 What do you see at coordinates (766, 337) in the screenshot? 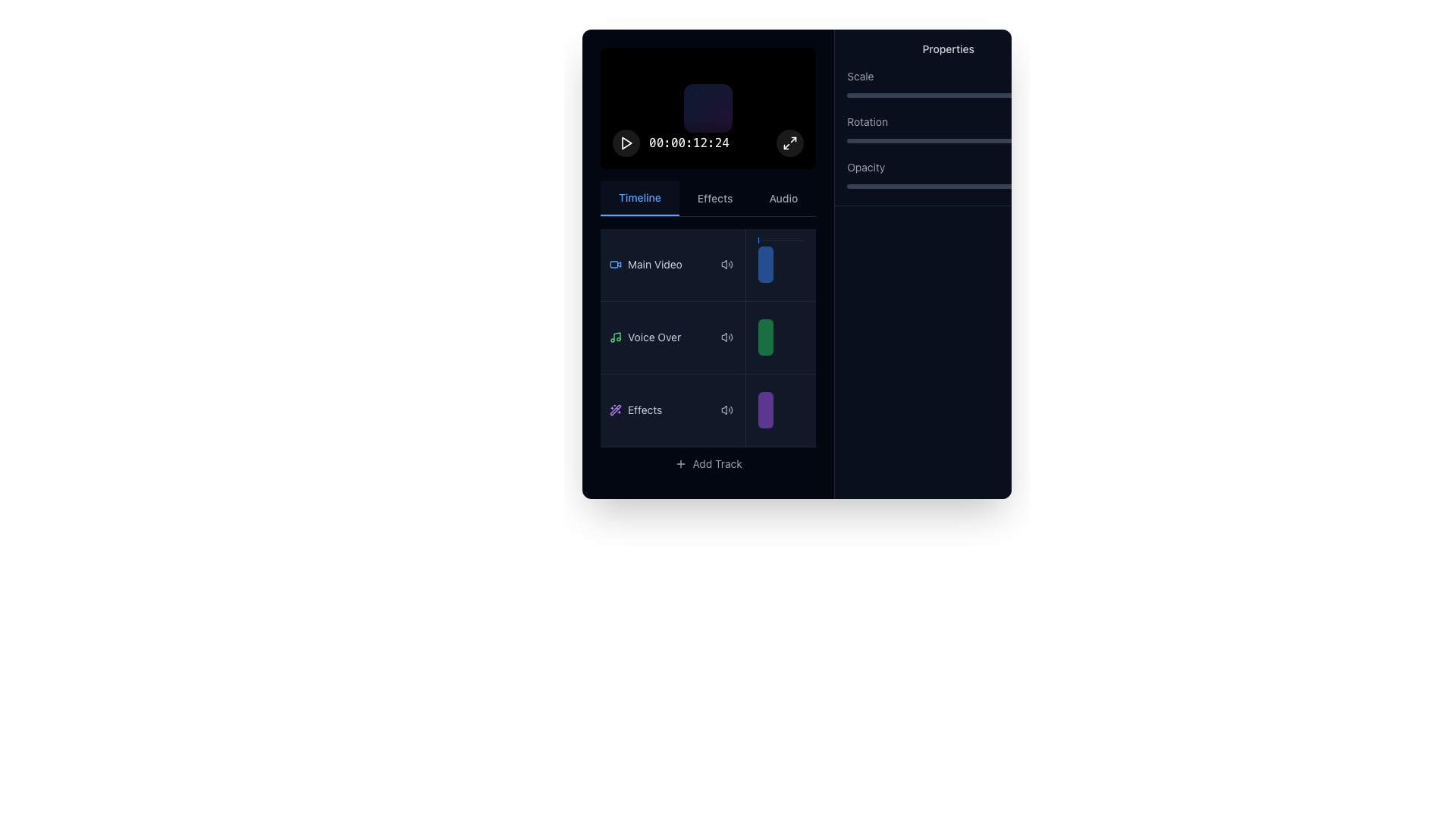
I see `the vertically-oriented green rectangular handle with rounded corners located in the Voice Over track row on the far right` at bounding box center [766, 337].